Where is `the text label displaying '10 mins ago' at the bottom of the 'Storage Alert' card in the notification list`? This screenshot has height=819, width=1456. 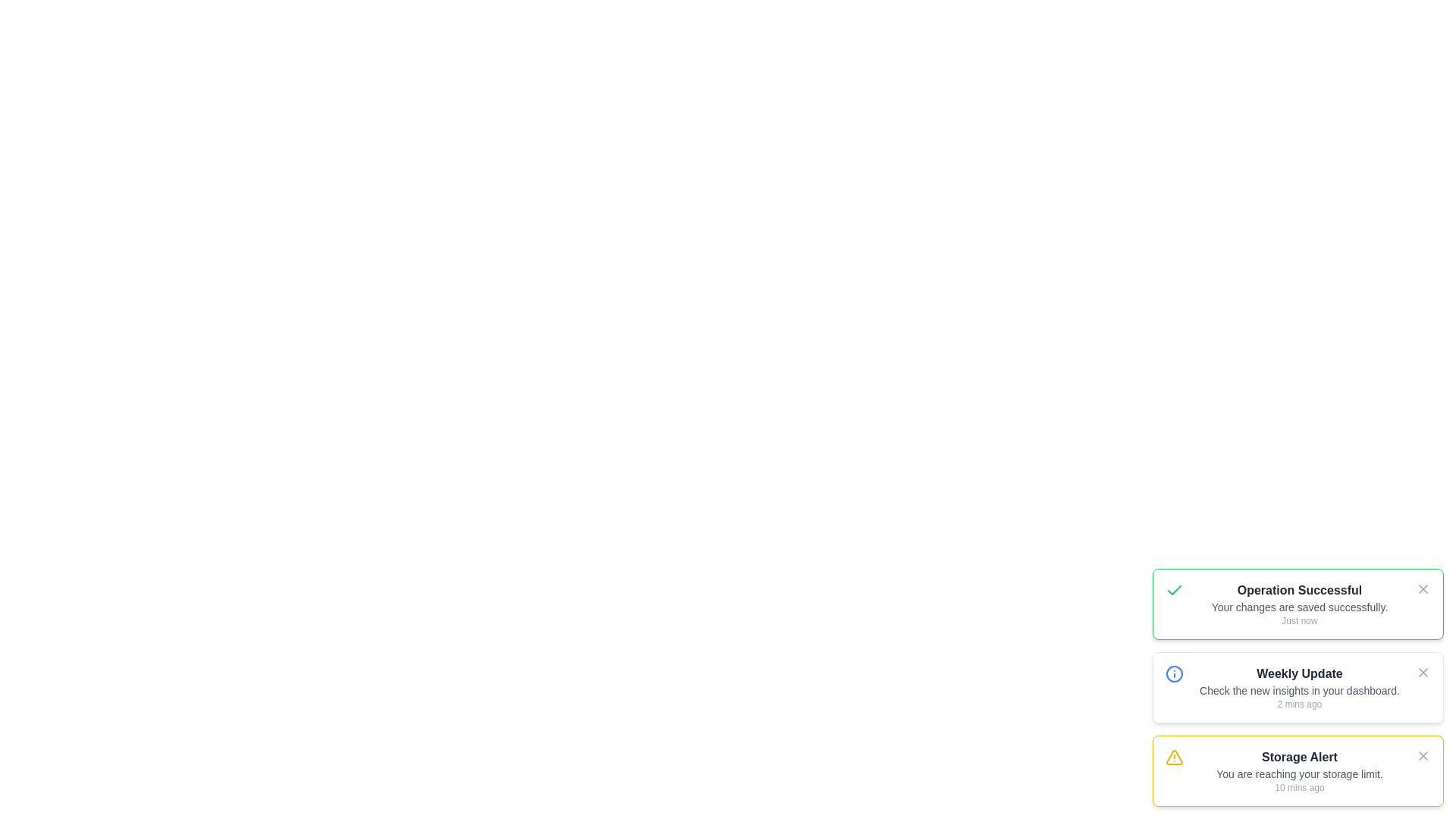 the text label displaying '10 mins ago' at the bottom of the 'Storage Alert' card in the notification list is located at coordinates (1298, 786).